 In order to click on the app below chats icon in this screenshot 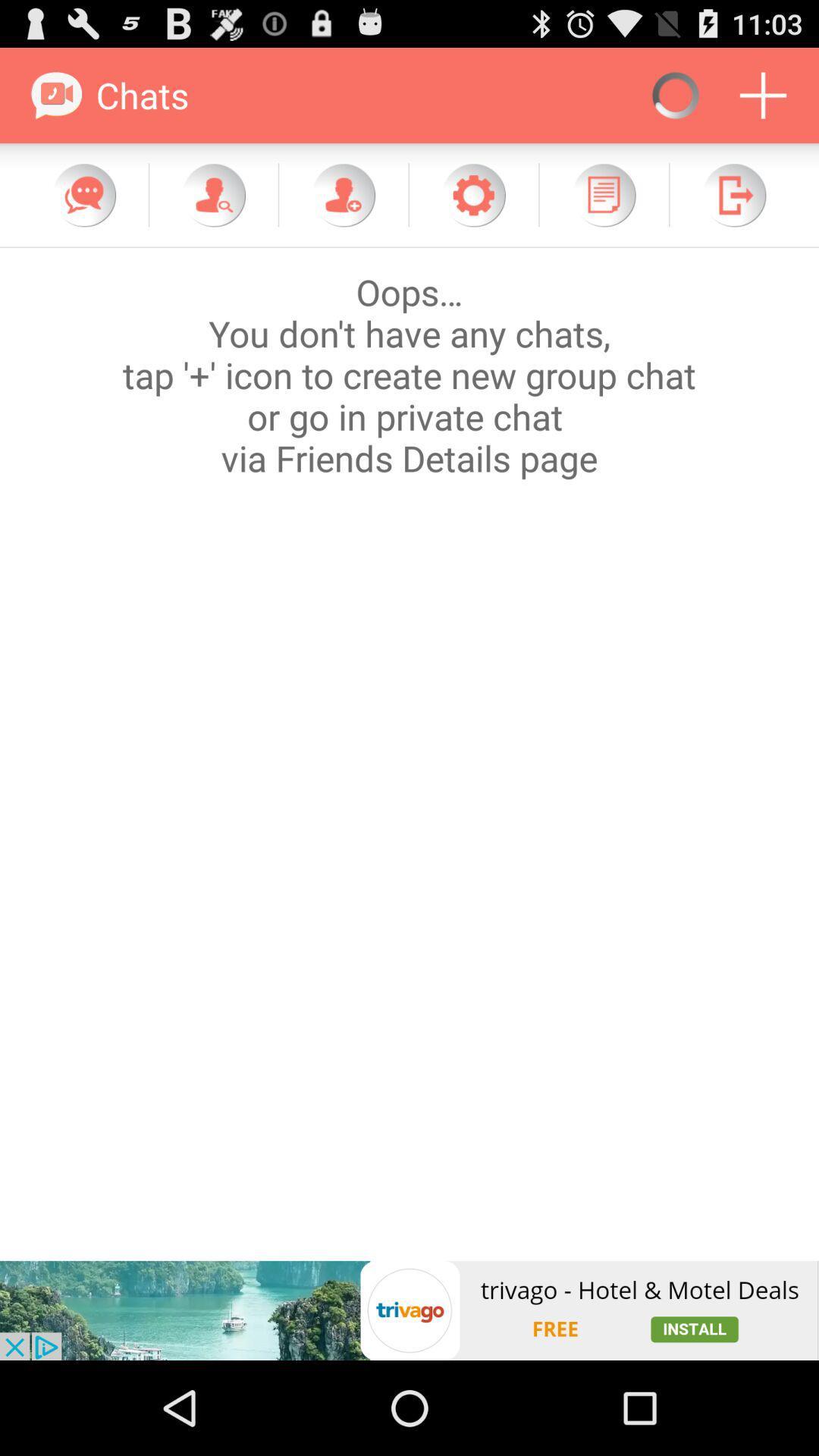, I will do `click(213, 194)`.